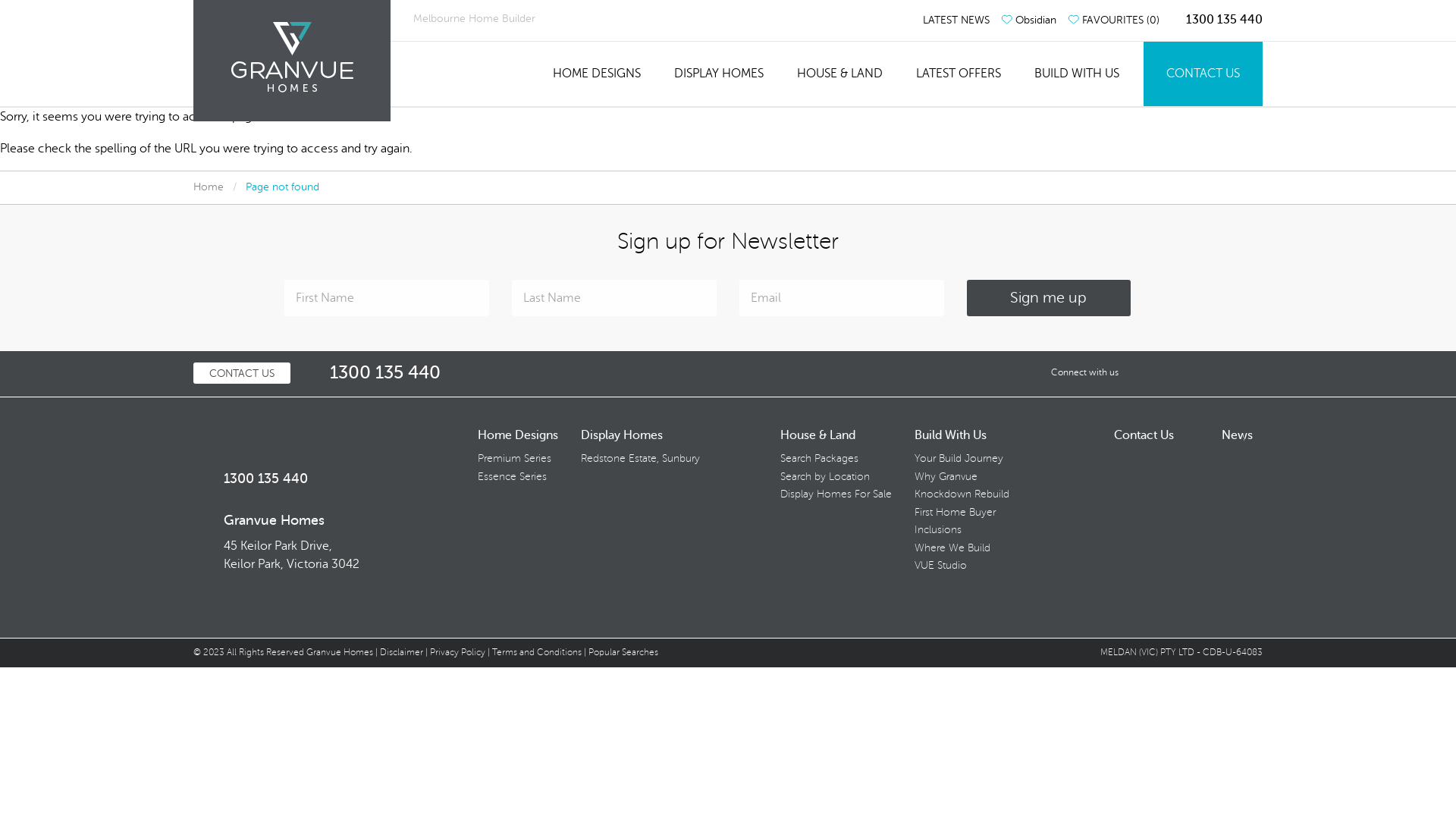  What do you see at coordinates (954, 512) in the screenshot?
I see `'First Home Buyer'` at bounding box center [954, 512].